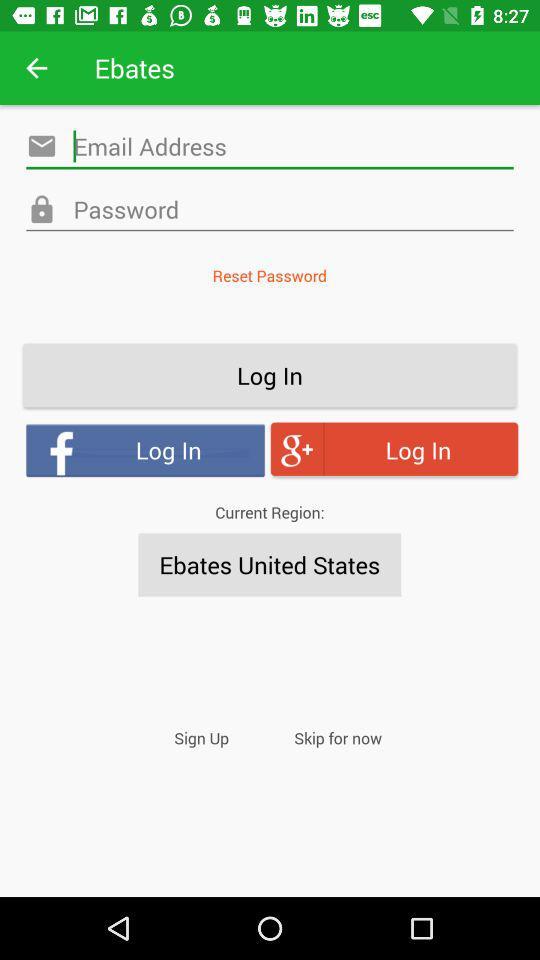 Image resolution: width=540 pixels, height=960 pixels. I want to click on the item below the ebates united states icon, so click(201, 737).